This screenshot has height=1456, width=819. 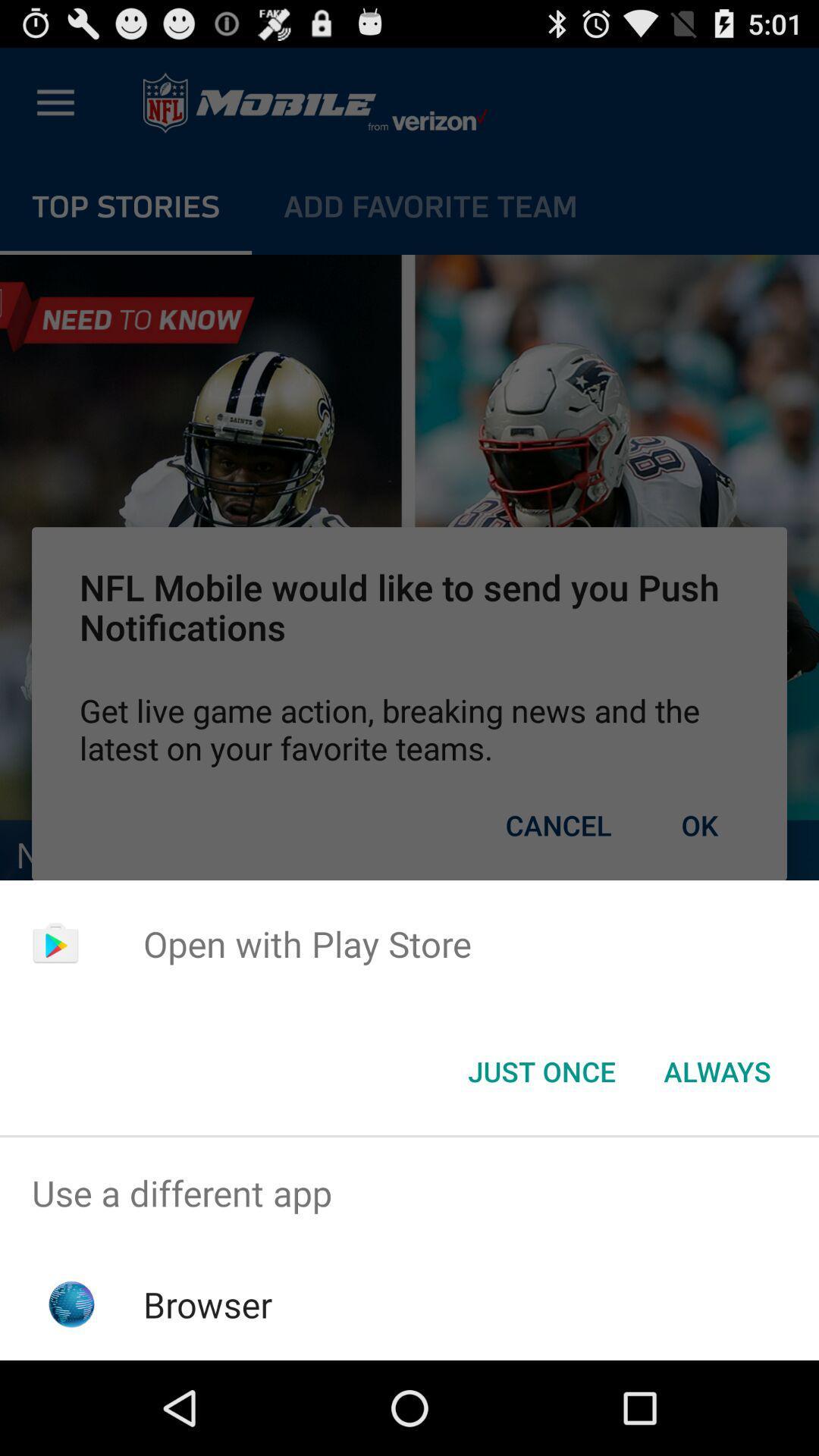 What do you see at coordinates (208, 1304) in the screenshot?
I see `item below the use a different` at bounding box center [208, 1304].